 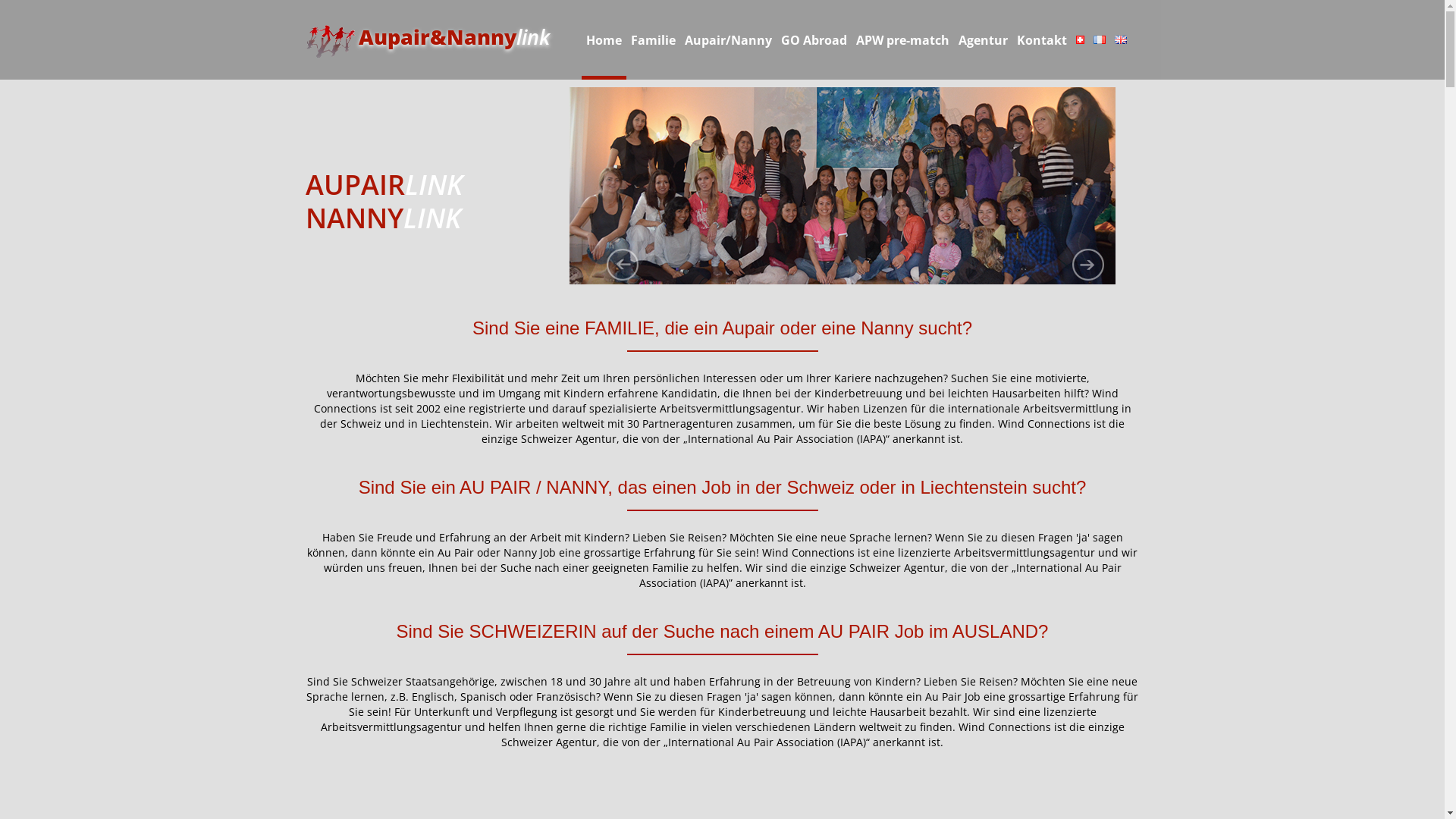 I want to click on 'Aupair/Nanny', so click(x=726, y=37).